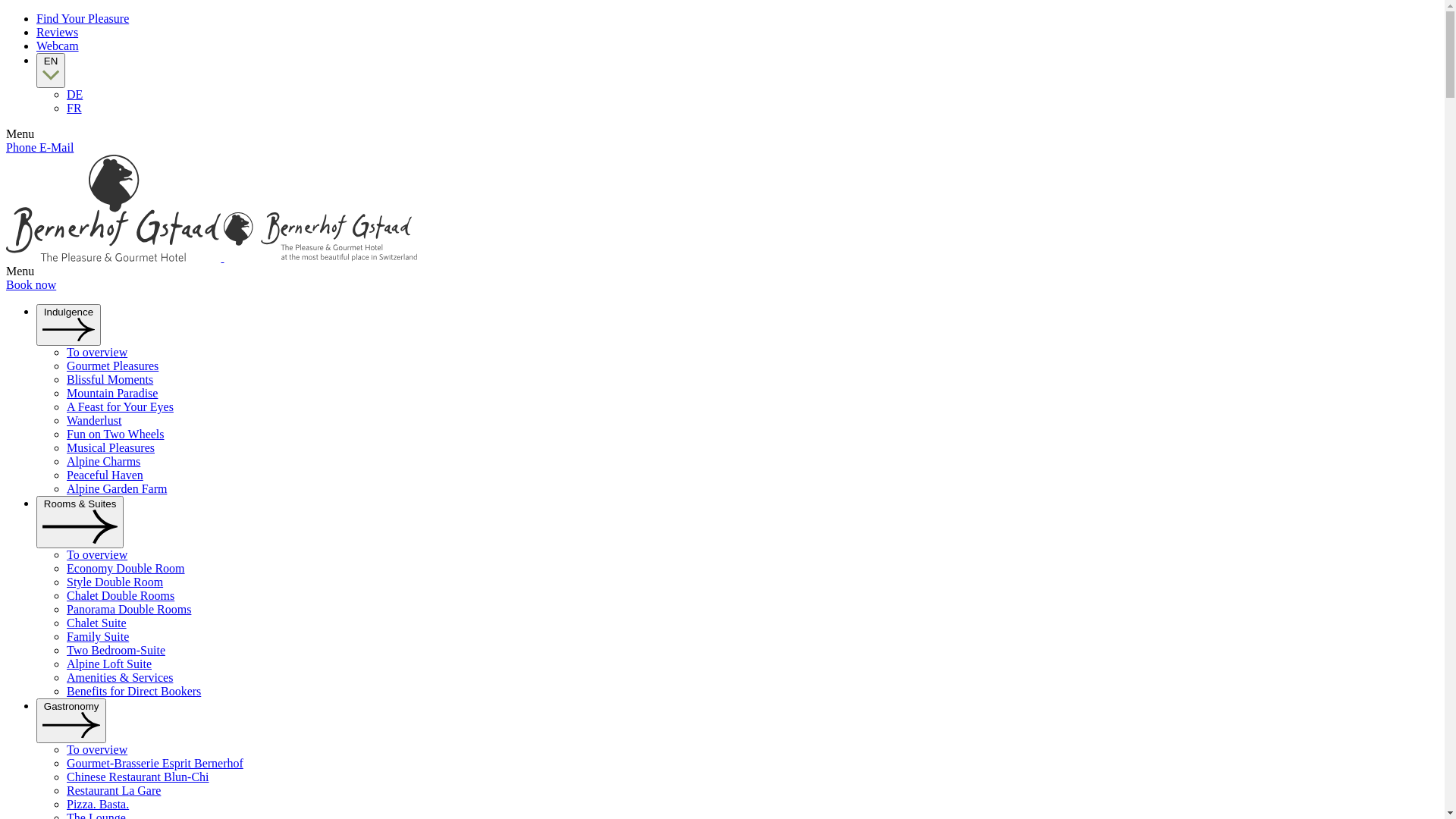 The width and height of the screenshot is (1456, 819). Describe the element at coordinates (128, 608) in the screenshot. I see `'Panorama Double Rooms'` at that location.